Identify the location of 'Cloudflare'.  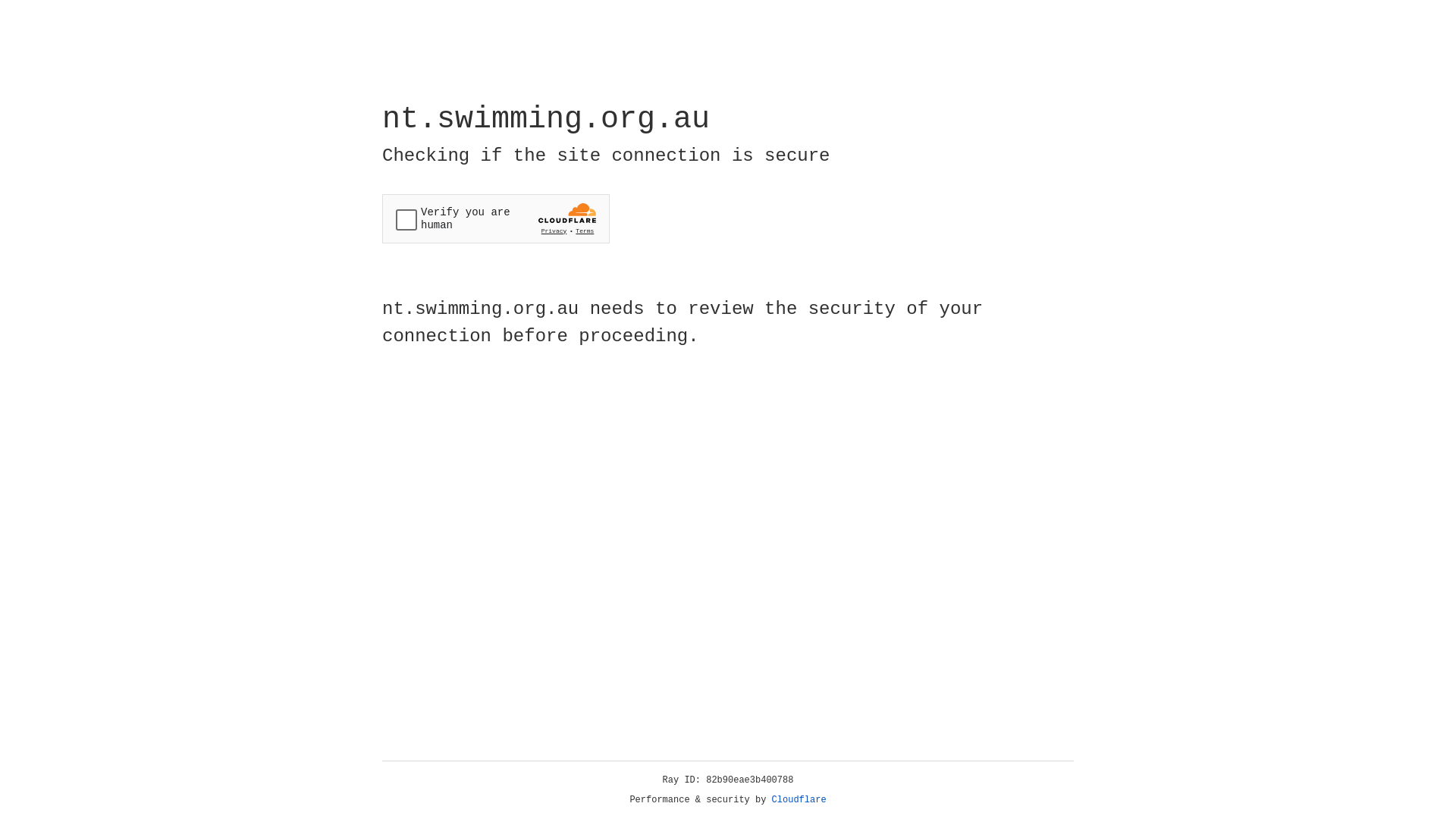
(771, 799).